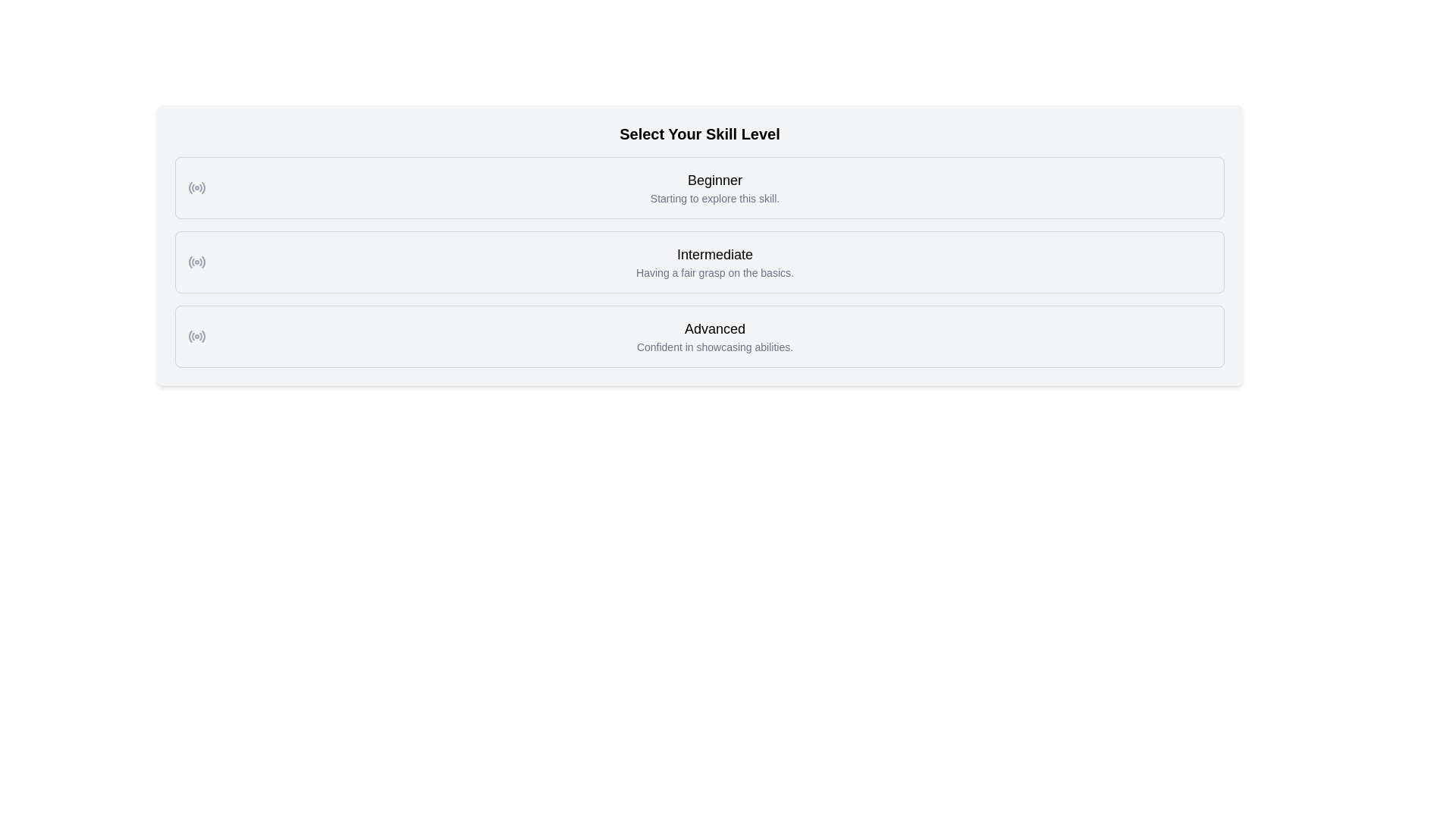 This screenshot has width=1456, height=819. Describe the element at coordinates (714, 335) in the screenshot. I see `the 'Advanced' skill level option` at that location.